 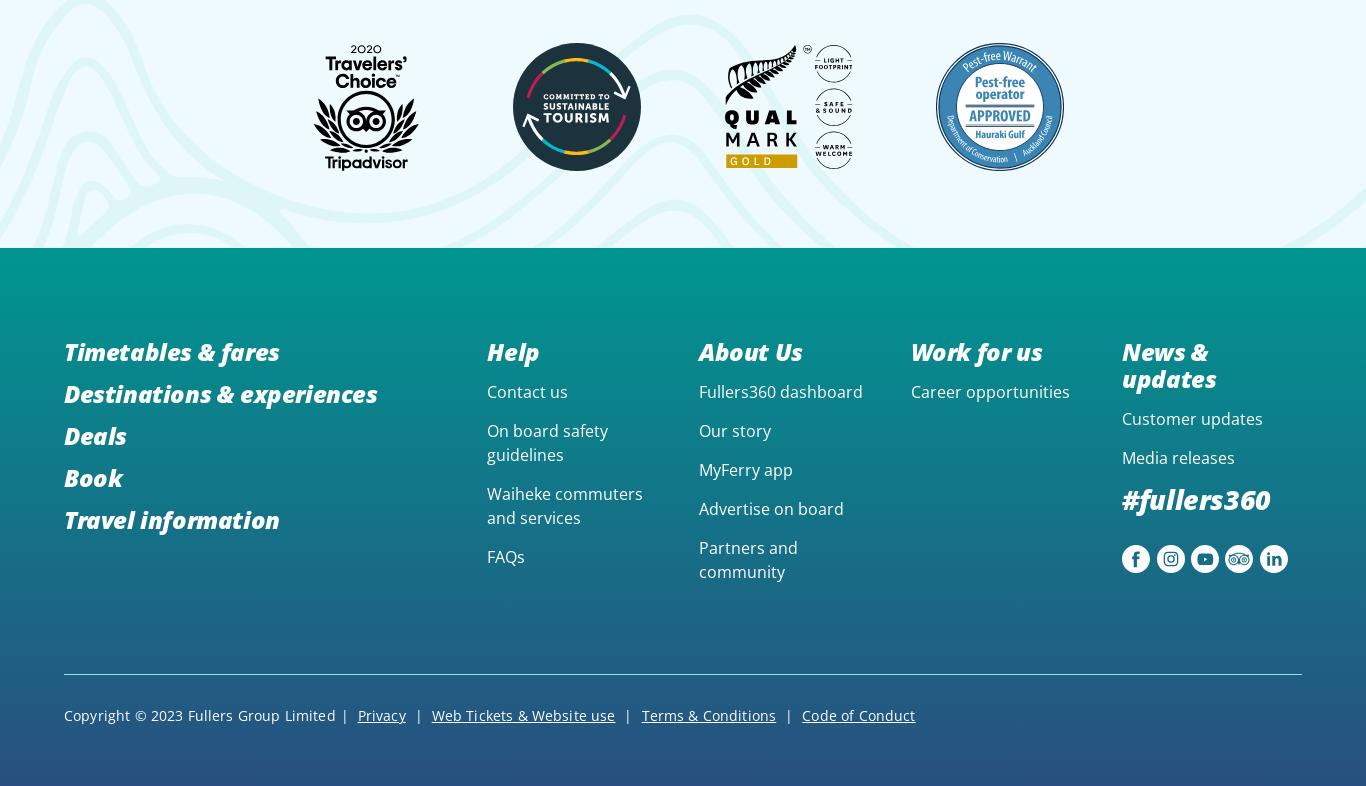 What do you see at coordinates (708, 715) in the screenshot?
I see `'Terms & Conditions'` at bounding box center [708, 715].